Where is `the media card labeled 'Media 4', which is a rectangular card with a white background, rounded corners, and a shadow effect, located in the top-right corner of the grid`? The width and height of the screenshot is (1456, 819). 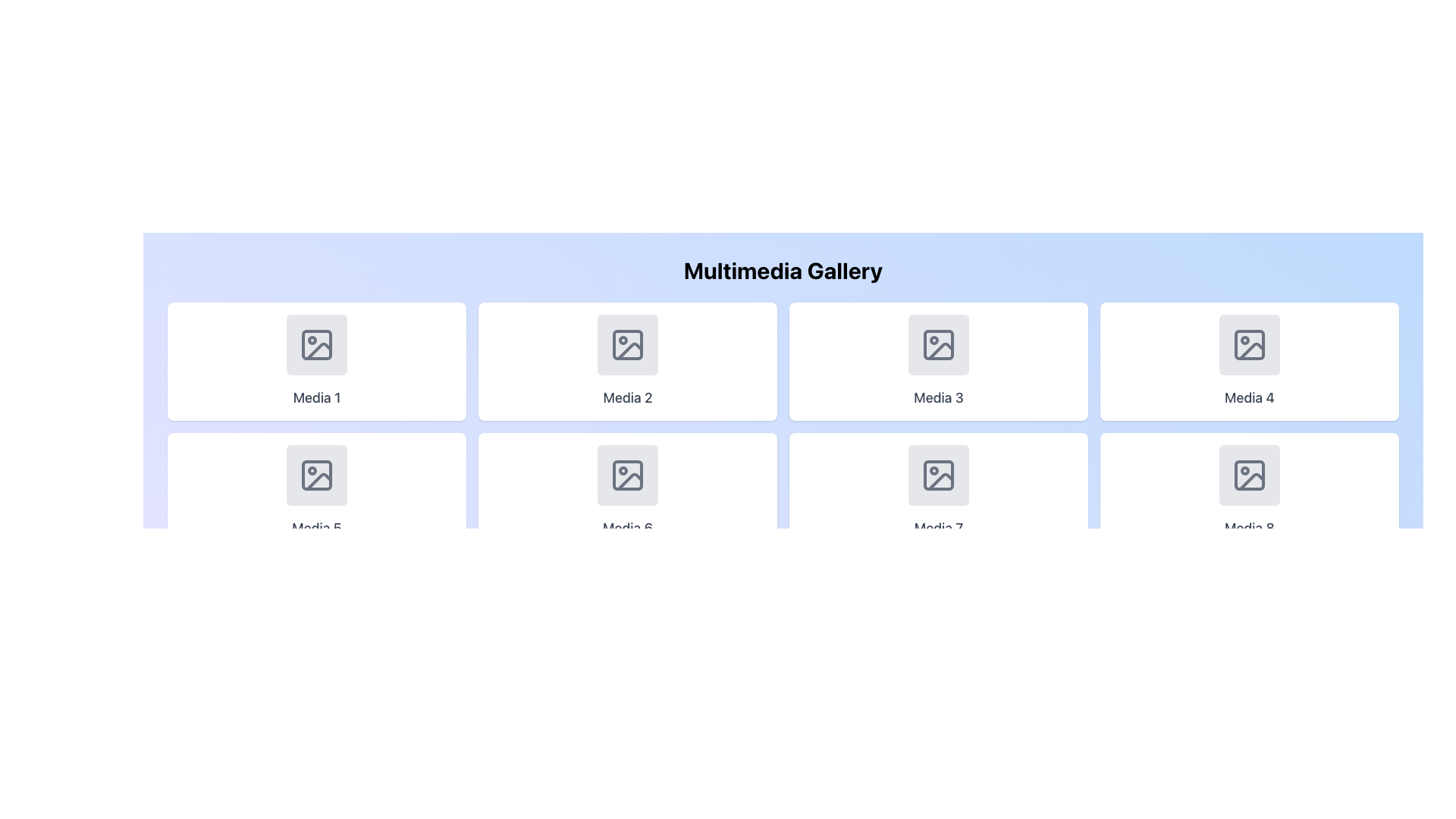 the media card labeled 'Media 4', which is a rectangular card with a white background, rounded corners, and a shadow effect, located in the top-right corner of the grid is located at coordinates (1249, 362).